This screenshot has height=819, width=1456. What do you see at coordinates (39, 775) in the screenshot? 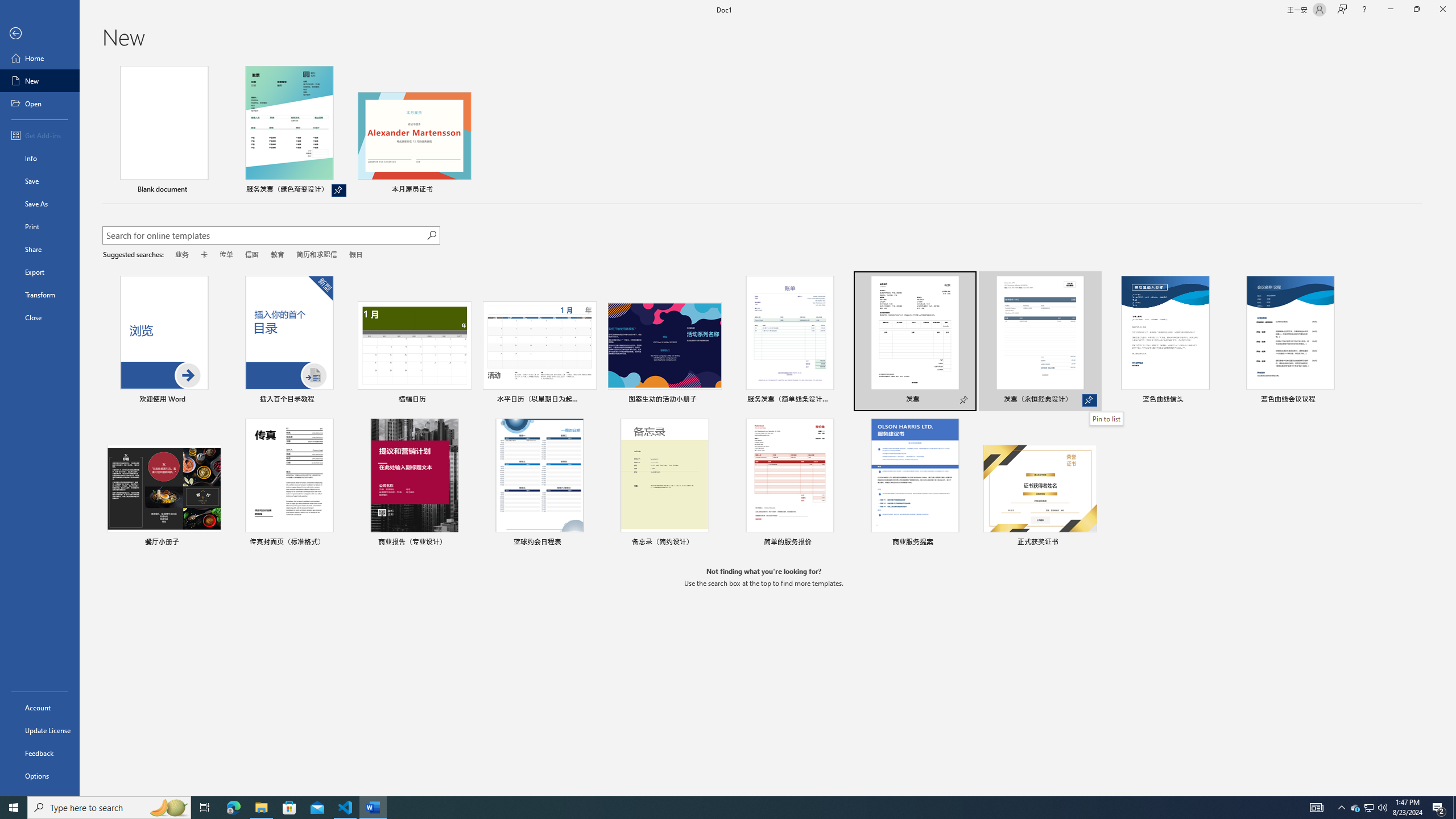
I see `'Options'` at bounding box center [39, 775].